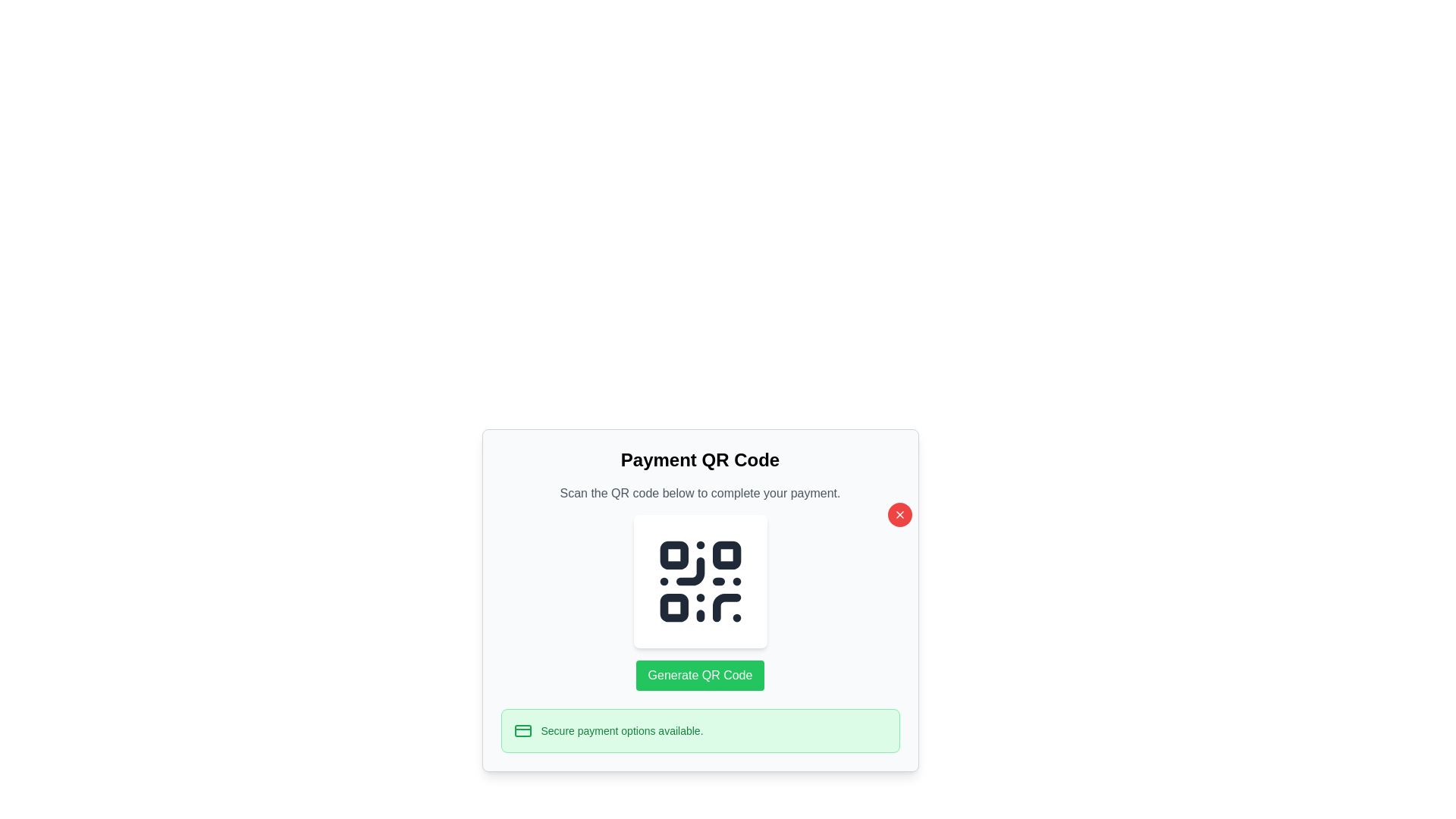 The height and width of the screenshot is (819, 1456). Describe the element at coordinates (673, 607) in the screenshot. I see `the third square within the QR code-like structure located at the bottom-left corner of the modal titled 'Payment QR Code'` at that location.